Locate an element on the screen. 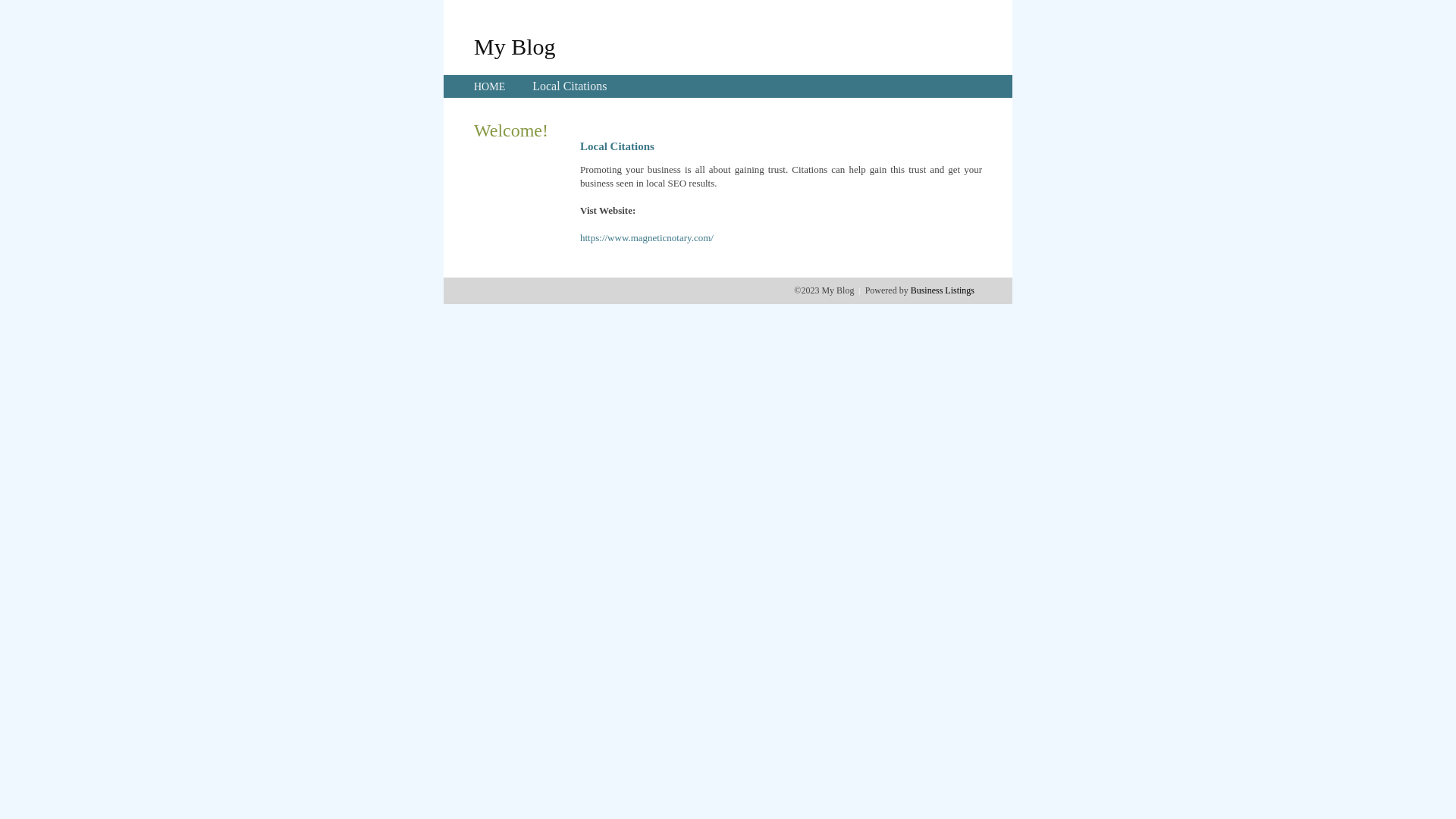 This screenshot has width=1456, height=819. 'My Blog' is located at coordinates (514, 45).